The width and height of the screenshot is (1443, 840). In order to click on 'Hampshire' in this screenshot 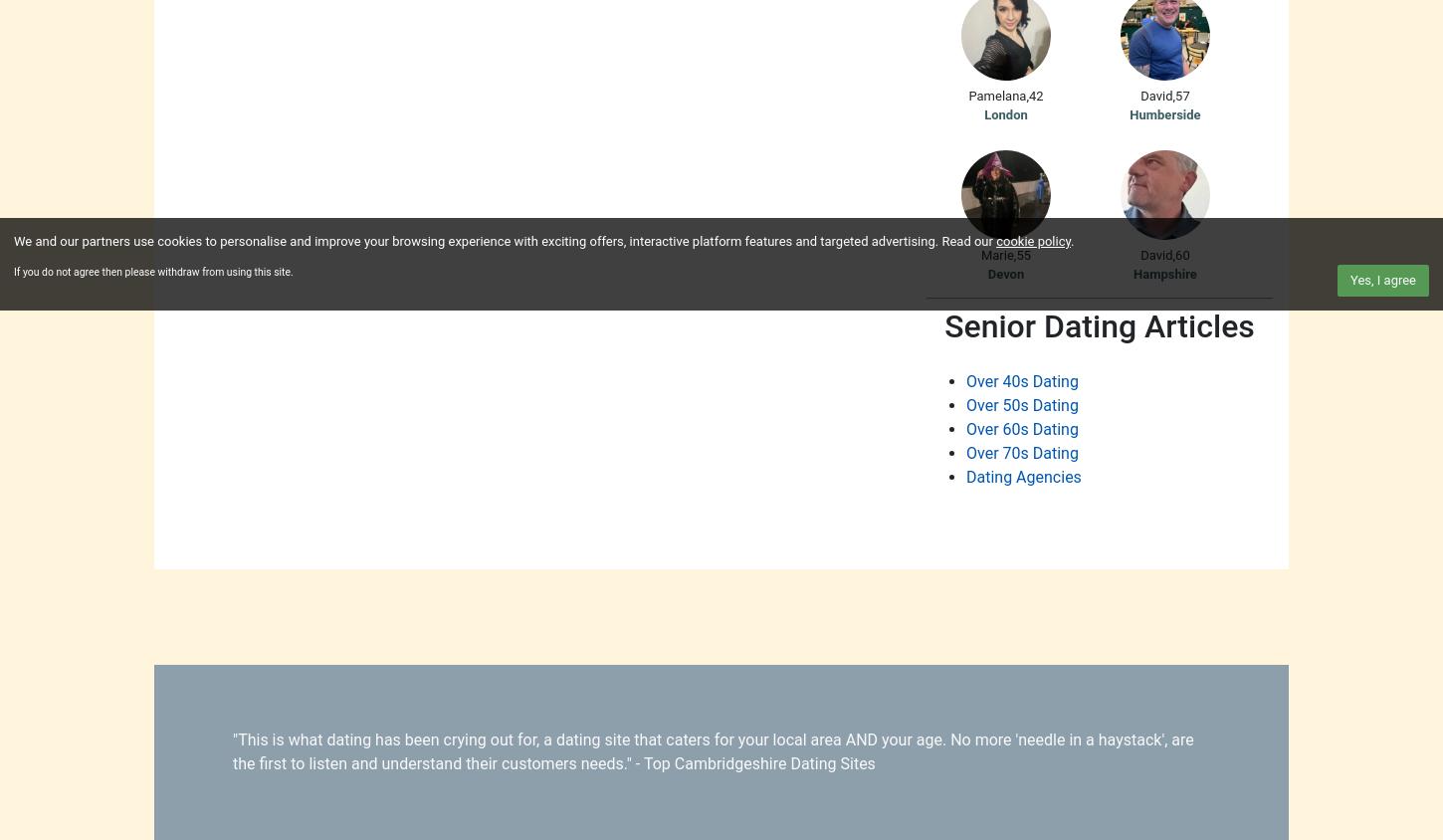, I will do `click(1163, 273)`.